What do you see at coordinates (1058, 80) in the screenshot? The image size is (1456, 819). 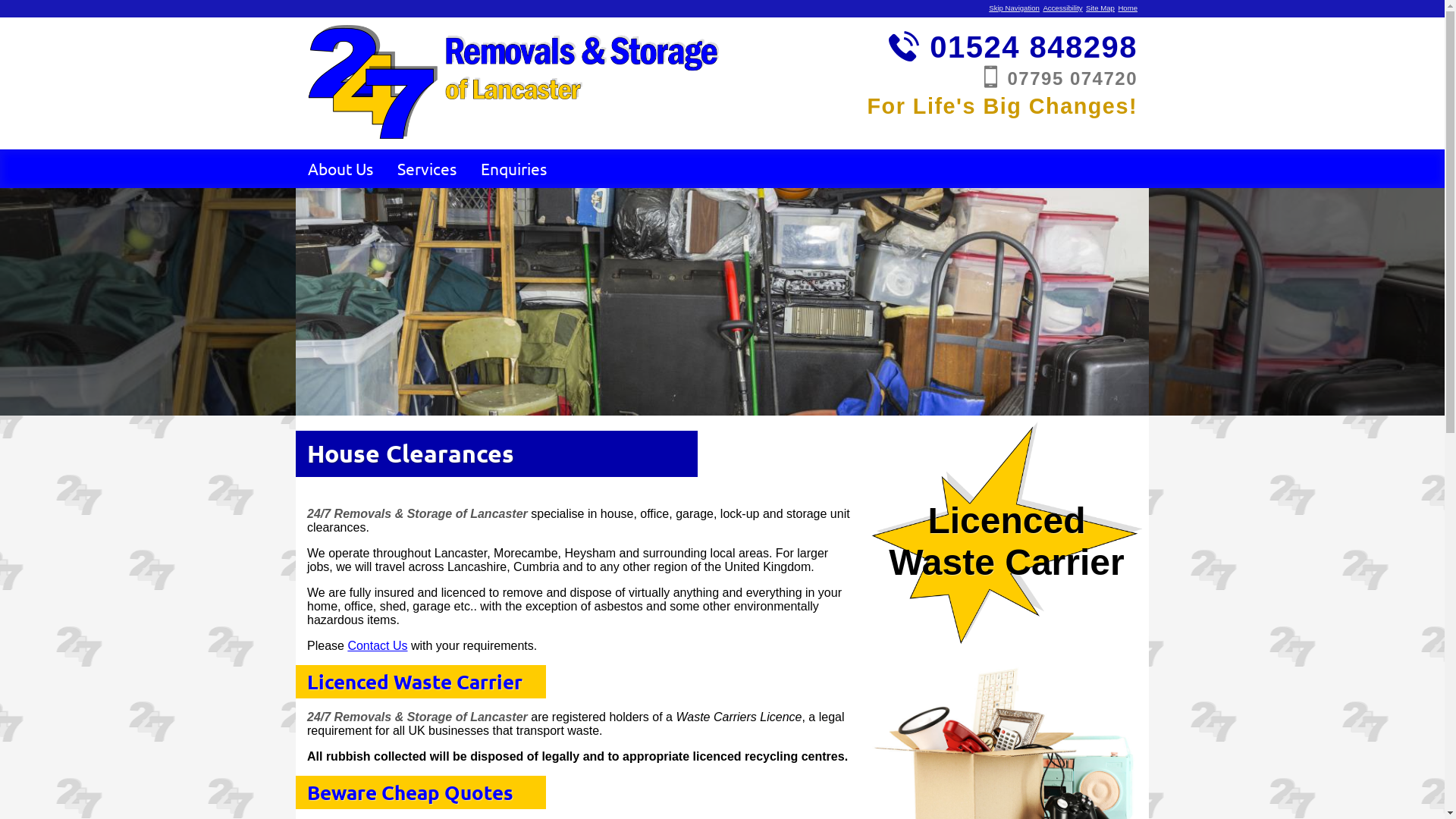 I see `'07795 074720'` at bounding box center [1058, 80].